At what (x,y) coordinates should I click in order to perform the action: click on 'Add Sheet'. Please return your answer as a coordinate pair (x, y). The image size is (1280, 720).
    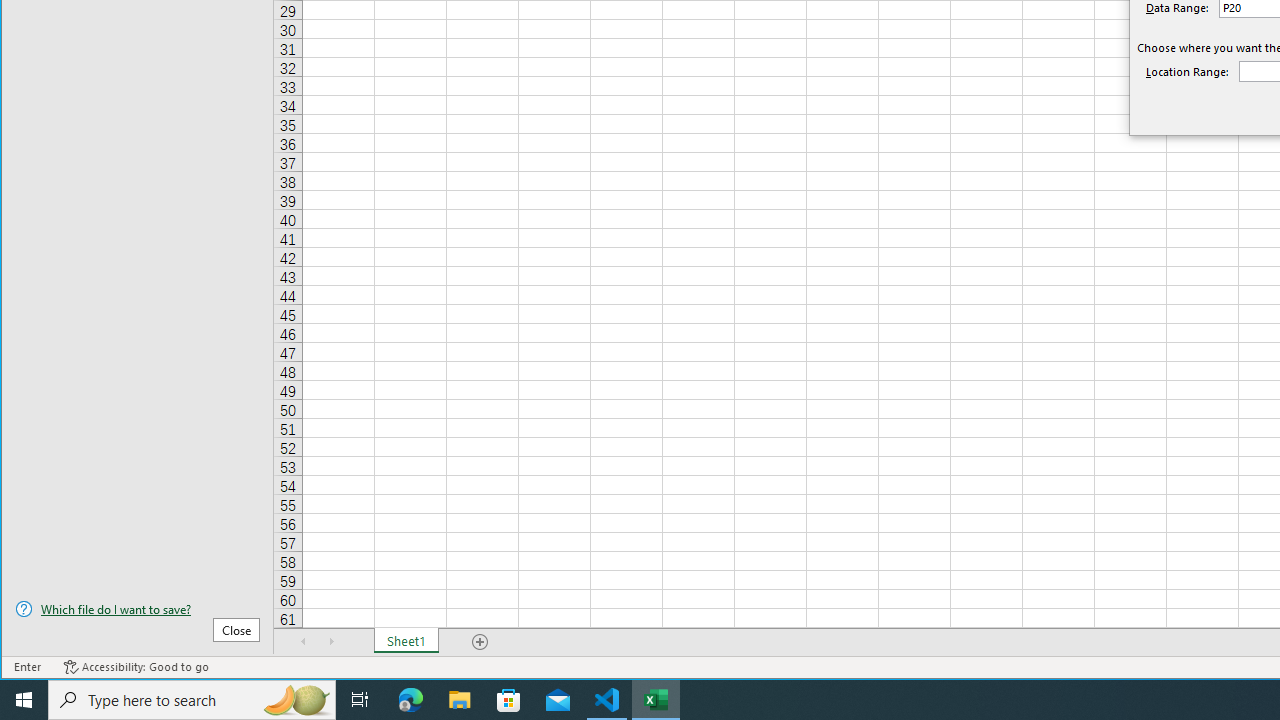
    Looking at the image, I should click on (481, 641).